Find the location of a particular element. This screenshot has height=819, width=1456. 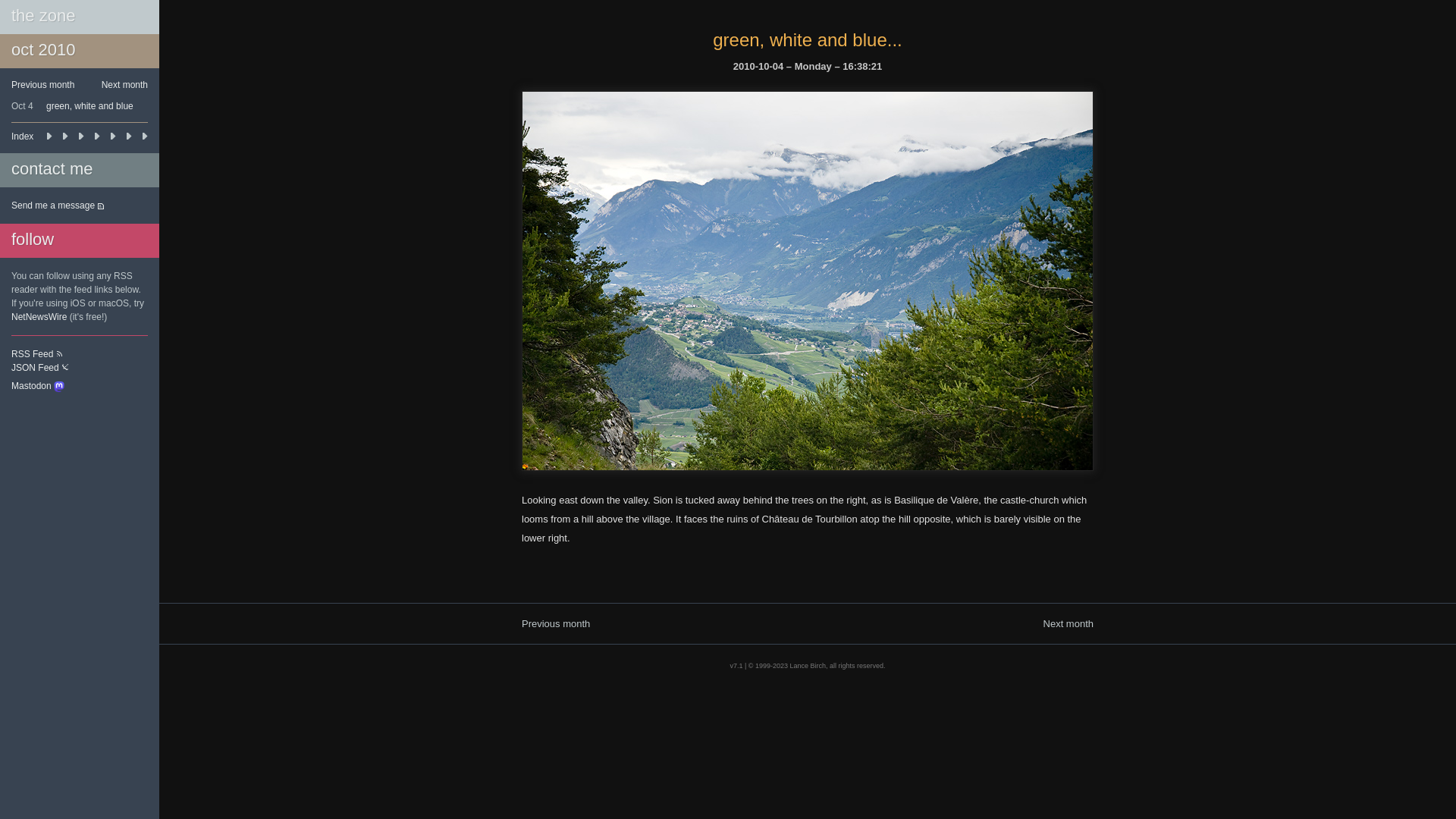

'Mastodon' is located at coordinates (37, 382).